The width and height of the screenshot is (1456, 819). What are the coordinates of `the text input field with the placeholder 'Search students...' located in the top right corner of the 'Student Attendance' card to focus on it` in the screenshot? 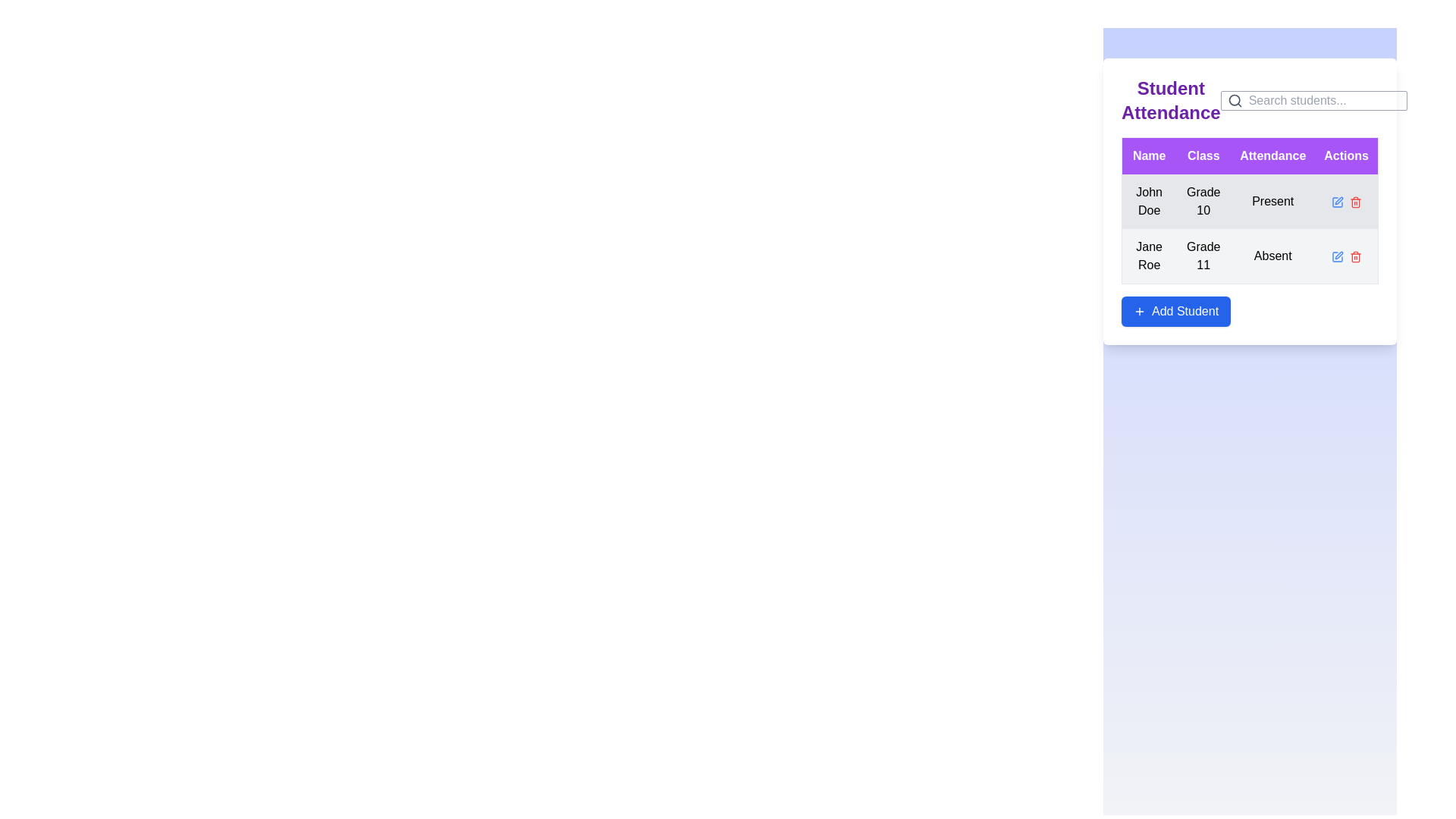 It's located at (1323, 100).